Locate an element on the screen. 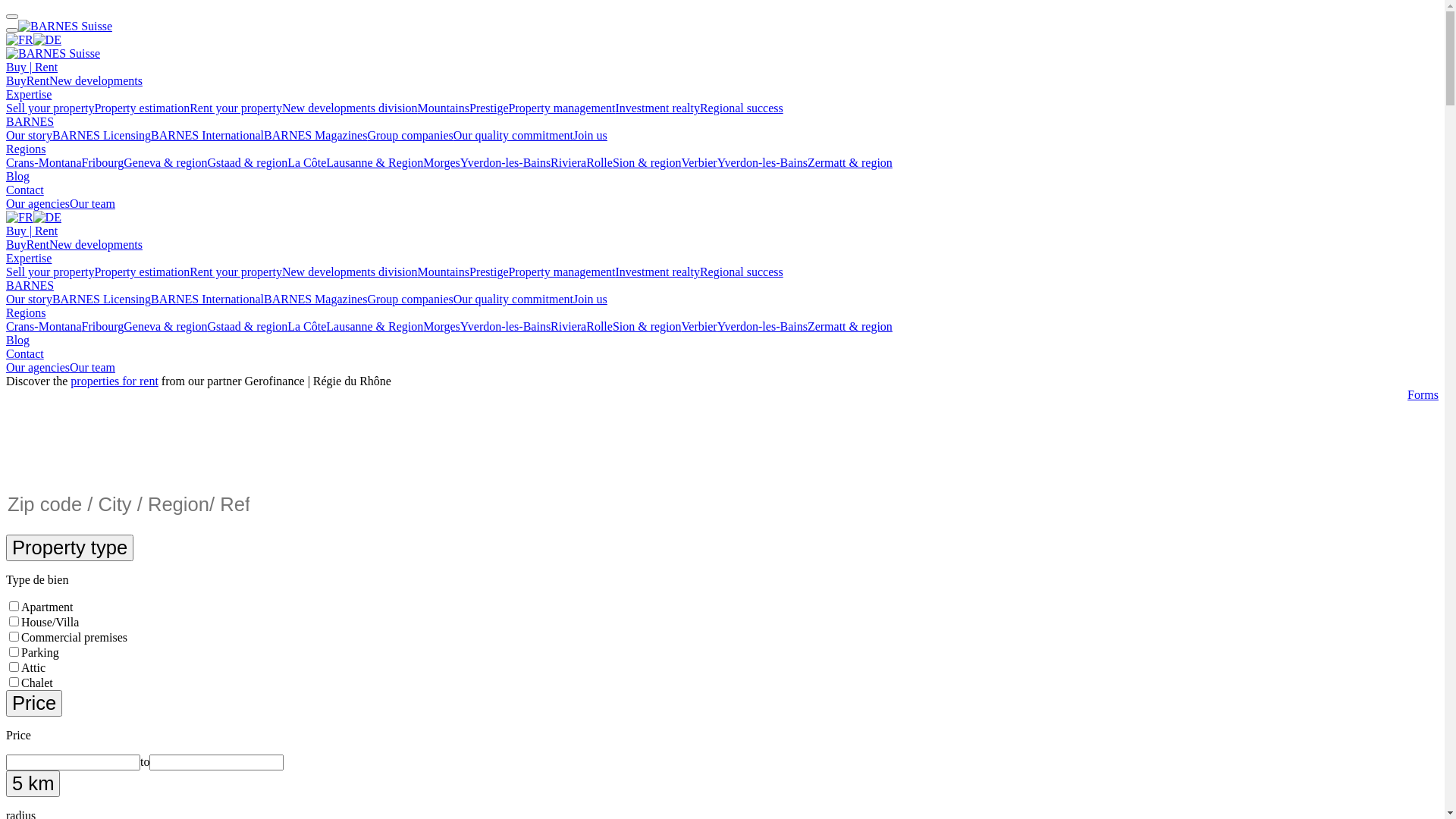 Image resolution: width=1456 pixels, height=819 pixels. 'BARNES Suisse' is located at coordinates (64, 26).